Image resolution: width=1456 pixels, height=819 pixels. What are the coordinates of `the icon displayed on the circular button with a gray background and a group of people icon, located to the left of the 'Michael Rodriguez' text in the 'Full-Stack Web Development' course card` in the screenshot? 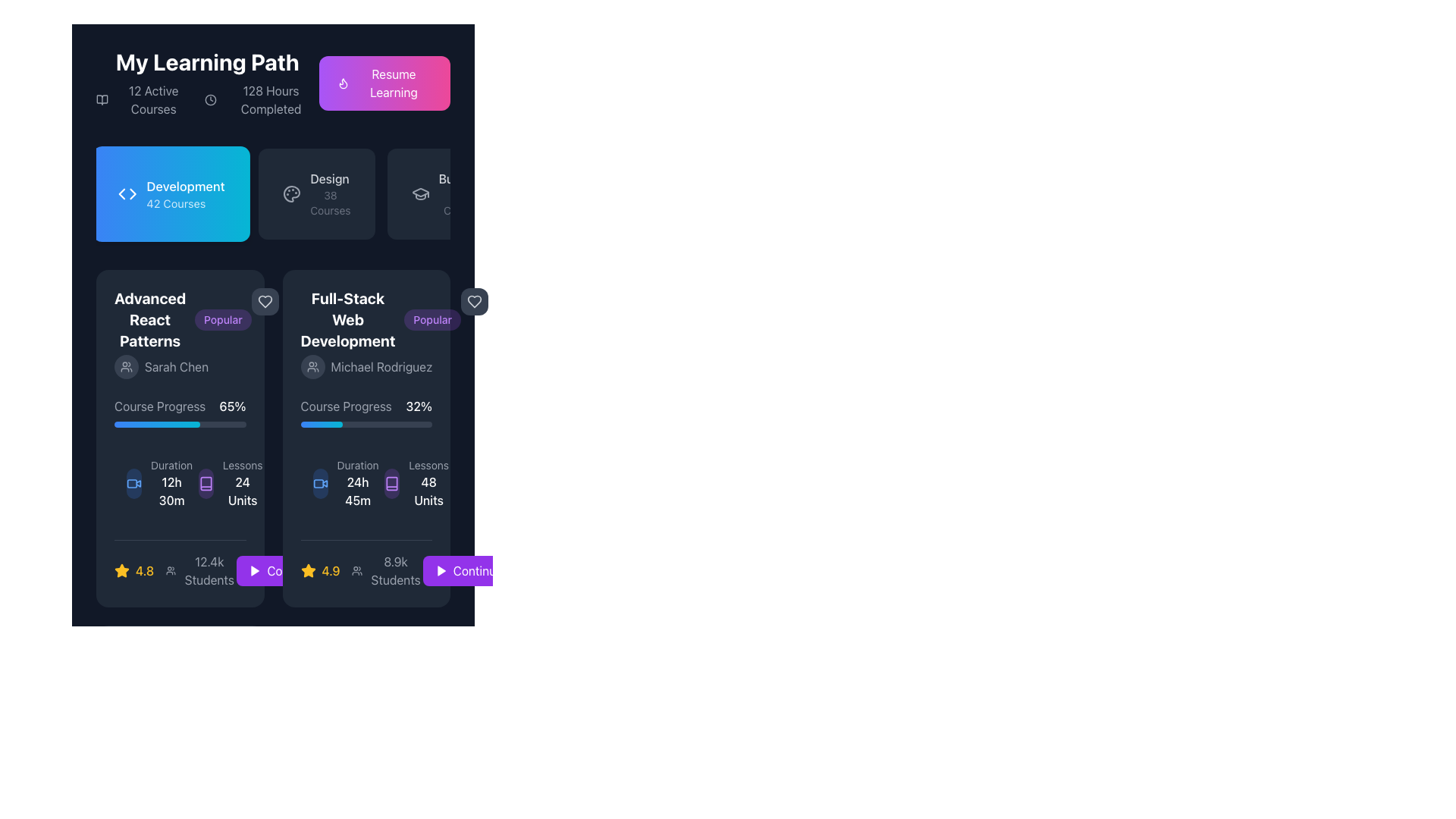 It's located at (312, 366).